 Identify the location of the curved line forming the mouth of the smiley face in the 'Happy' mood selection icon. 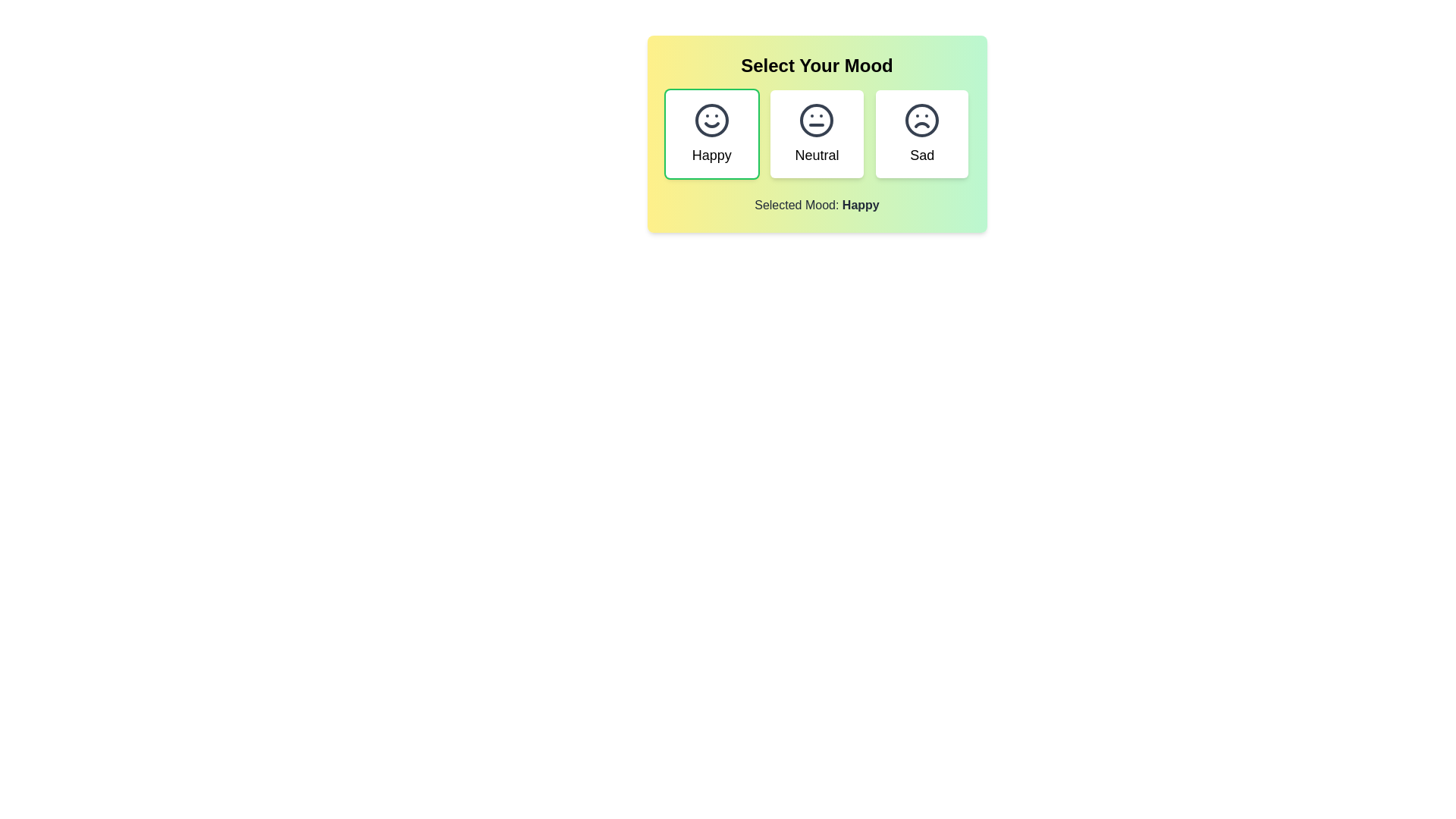
(711, 124).